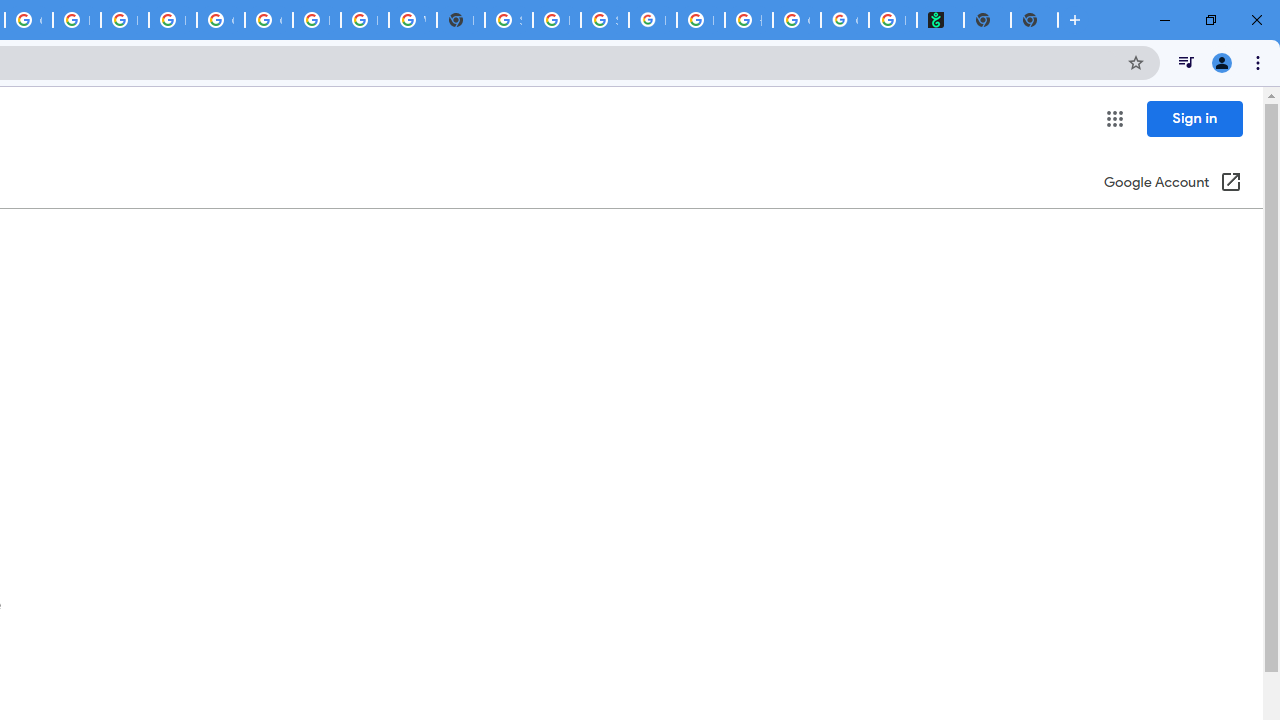  What do you see at coordinates (1185, 61) in the screenshot?
I see `'Control your music, videos, and more'` at bounding box center [1185, 61].